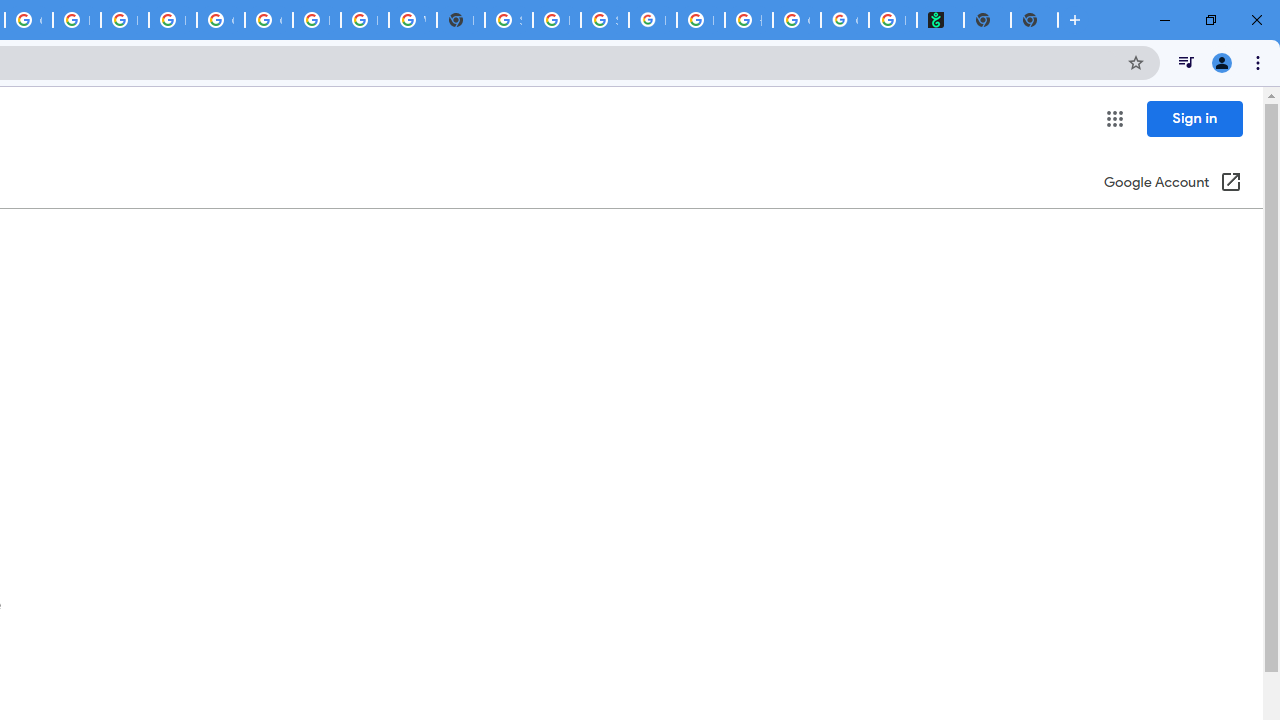  What do you see at coordinates (1185, 61) in the screenshot?
I see `'Control your music, videos, and more'` at bounding box center [1185, 61].